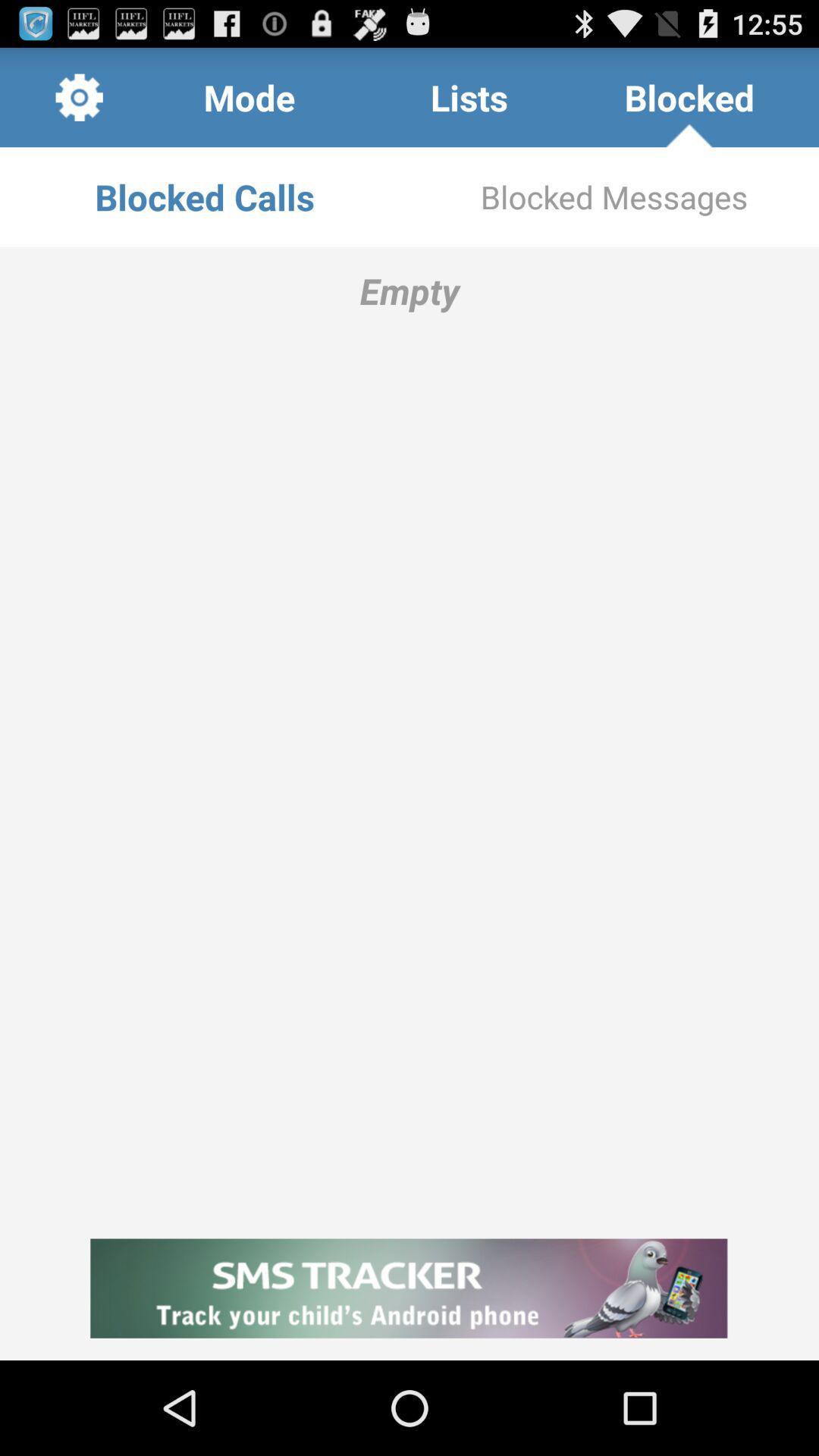 The height and width of the screenshot is (1456, 819). Describe the element at coordinates (409, 732) in the screenshot. I see `the item below the blocked calls item` at that location.